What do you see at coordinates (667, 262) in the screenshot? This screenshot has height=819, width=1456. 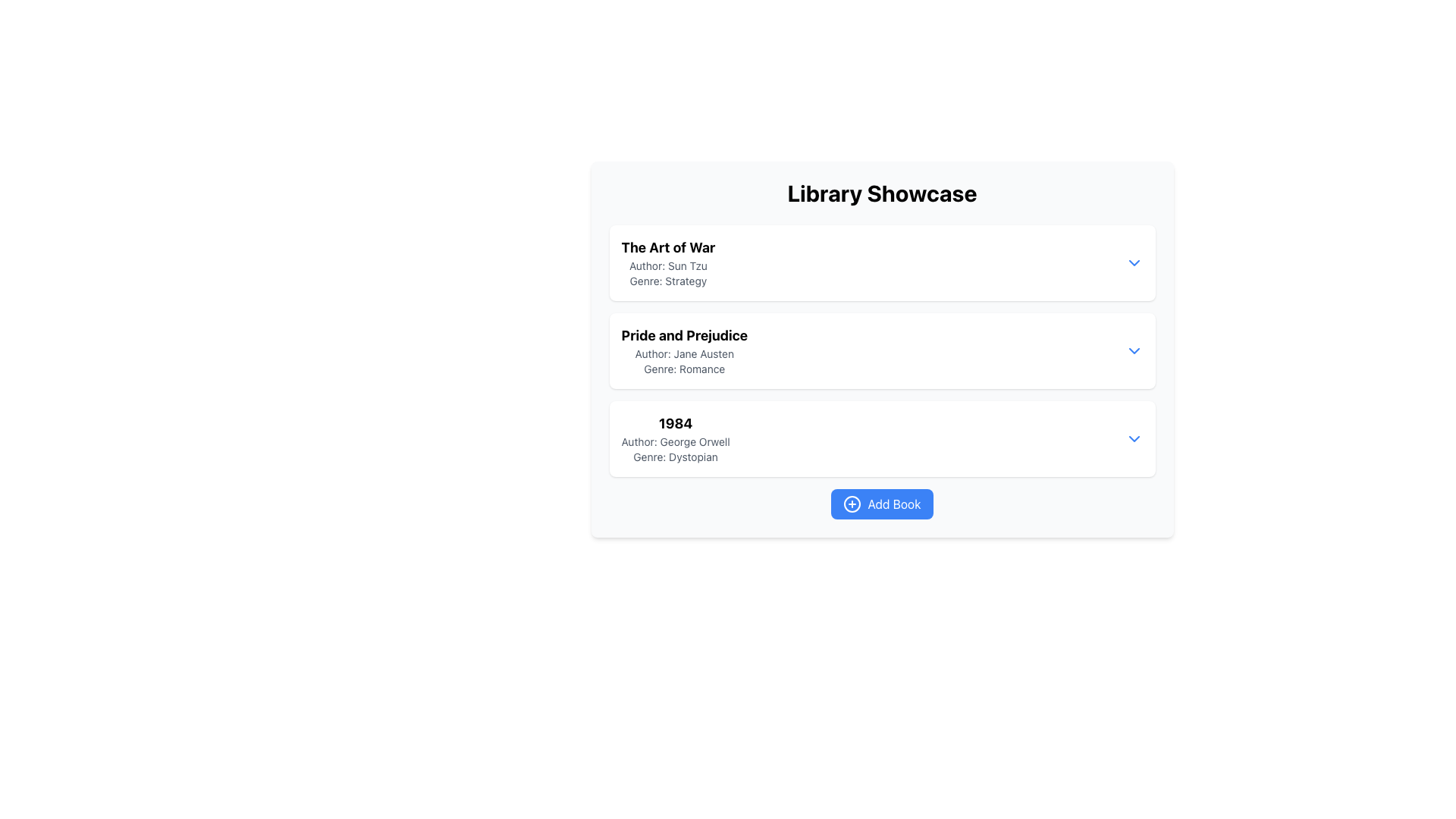 I see `the text block displaying the title 'The Art of War', which includes the author 'Author: Sun Tzu' and genre 'Genre: Strategy', located at the top-left corner of a card-like structure in a showcase list of books` at bounding box center [667, 262].